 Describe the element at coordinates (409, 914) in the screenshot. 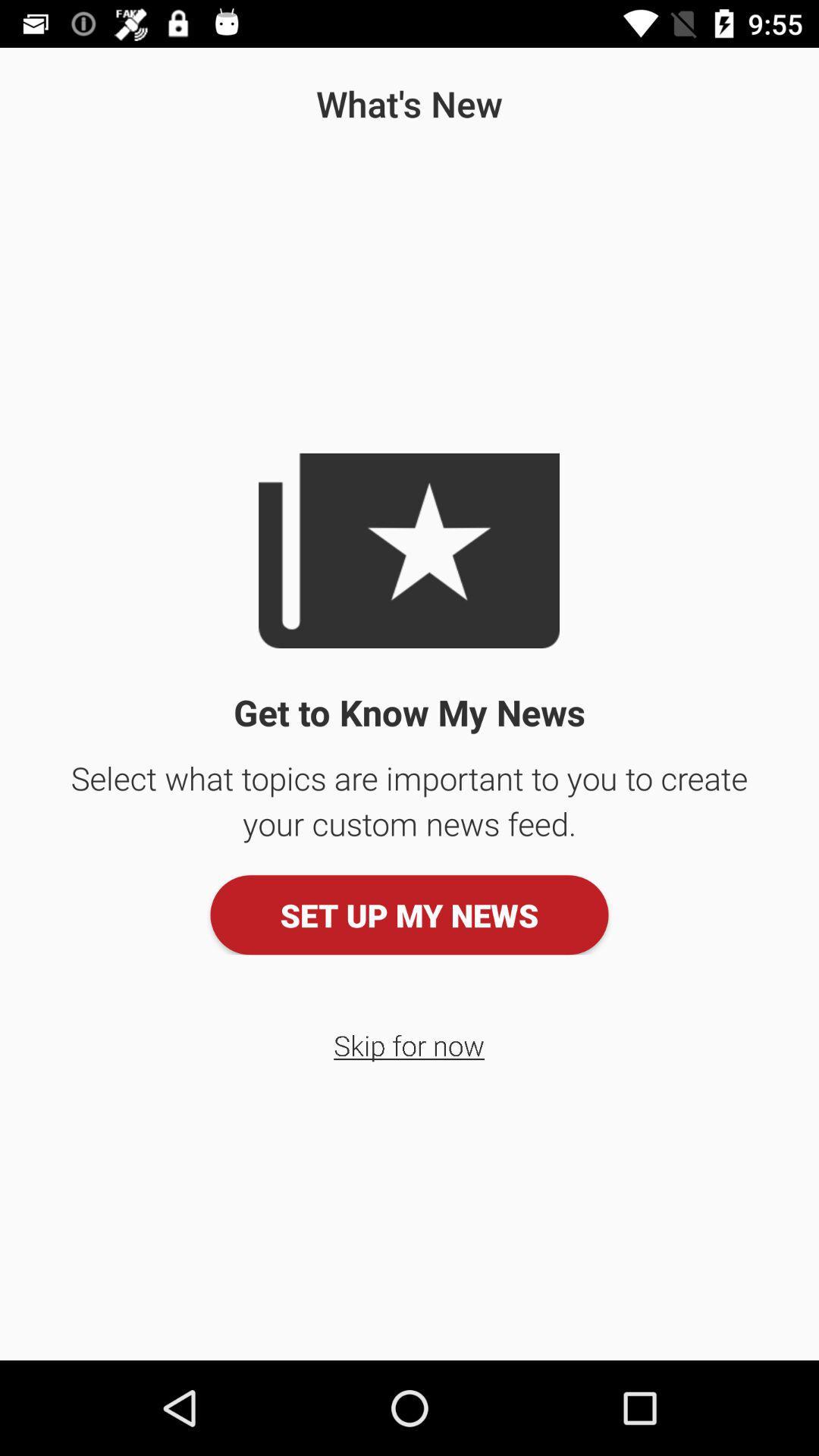

I see `the item above skip for now icon` at that location.